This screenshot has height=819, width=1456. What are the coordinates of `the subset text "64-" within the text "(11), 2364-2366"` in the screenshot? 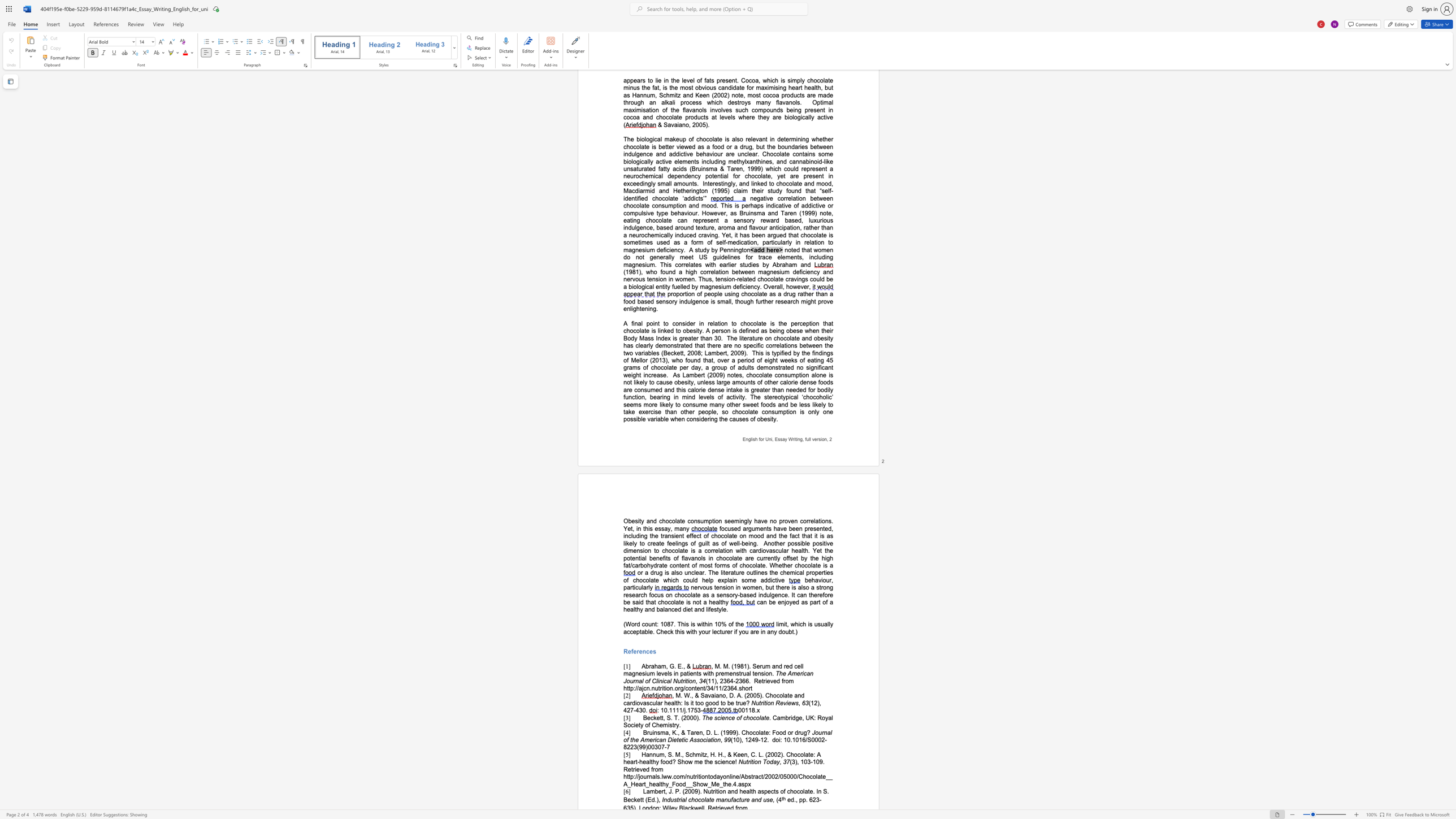 It's located at (726, 681).